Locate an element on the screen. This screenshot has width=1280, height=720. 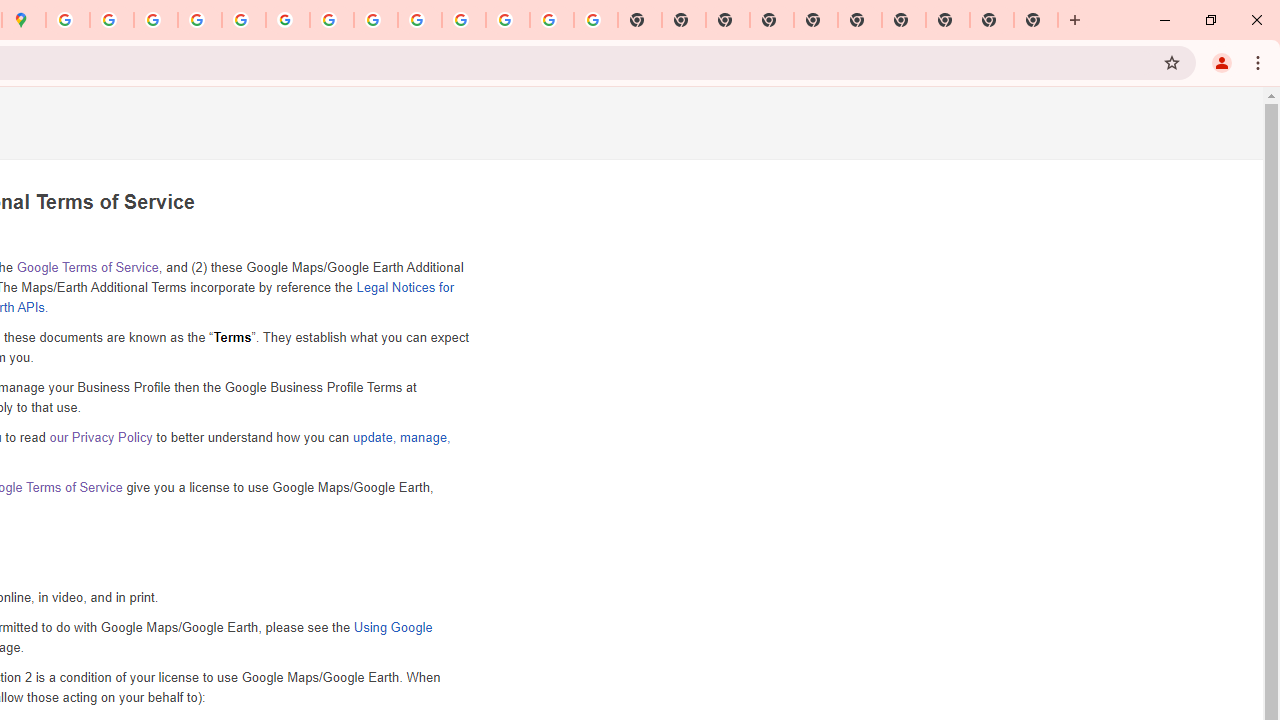
'our Privacy Policy' is located at coordinates (100, 436).